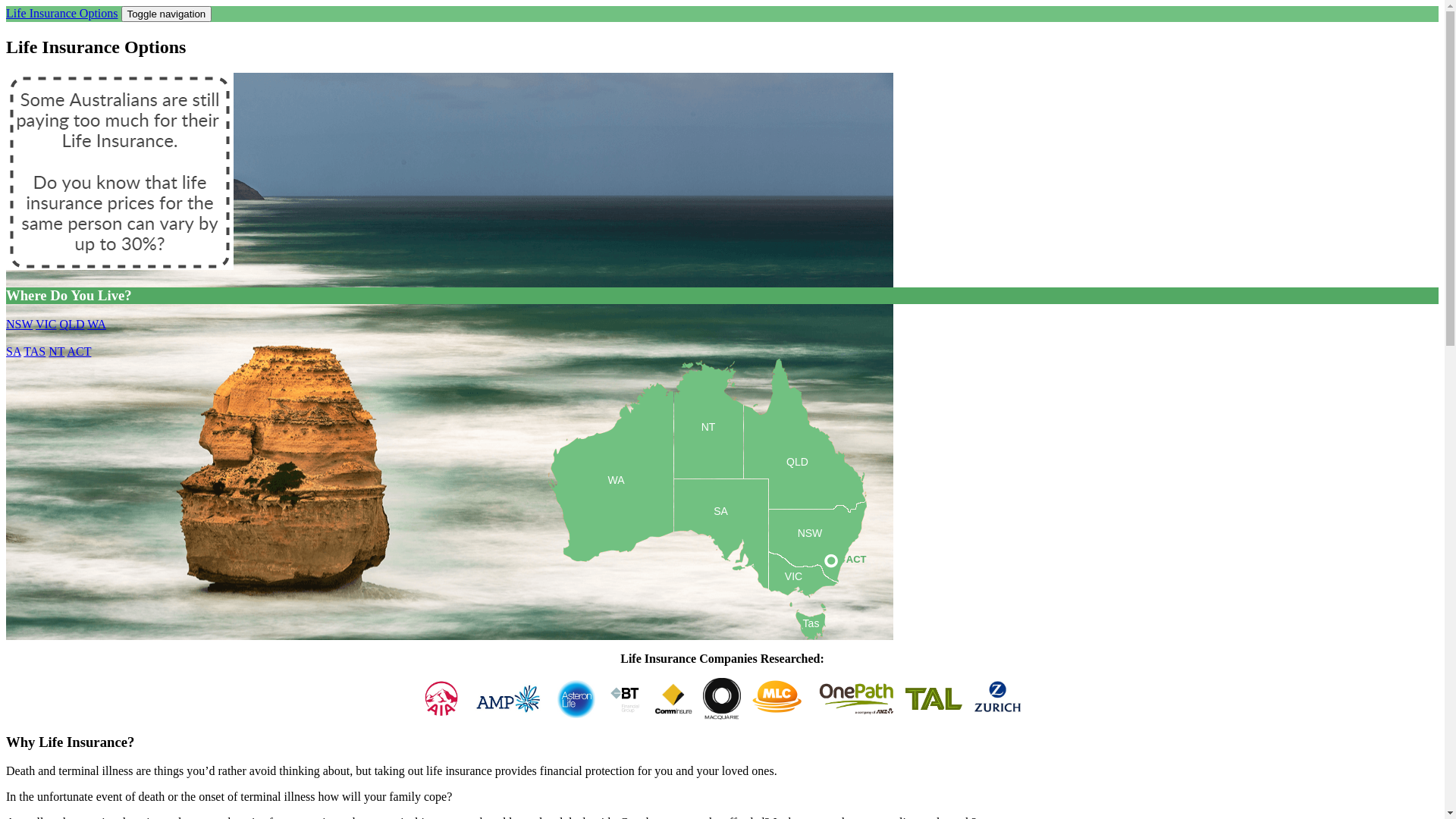 The image size is (1456, 819). I want to click on 'Life Insurance Options', so click(6, 13).